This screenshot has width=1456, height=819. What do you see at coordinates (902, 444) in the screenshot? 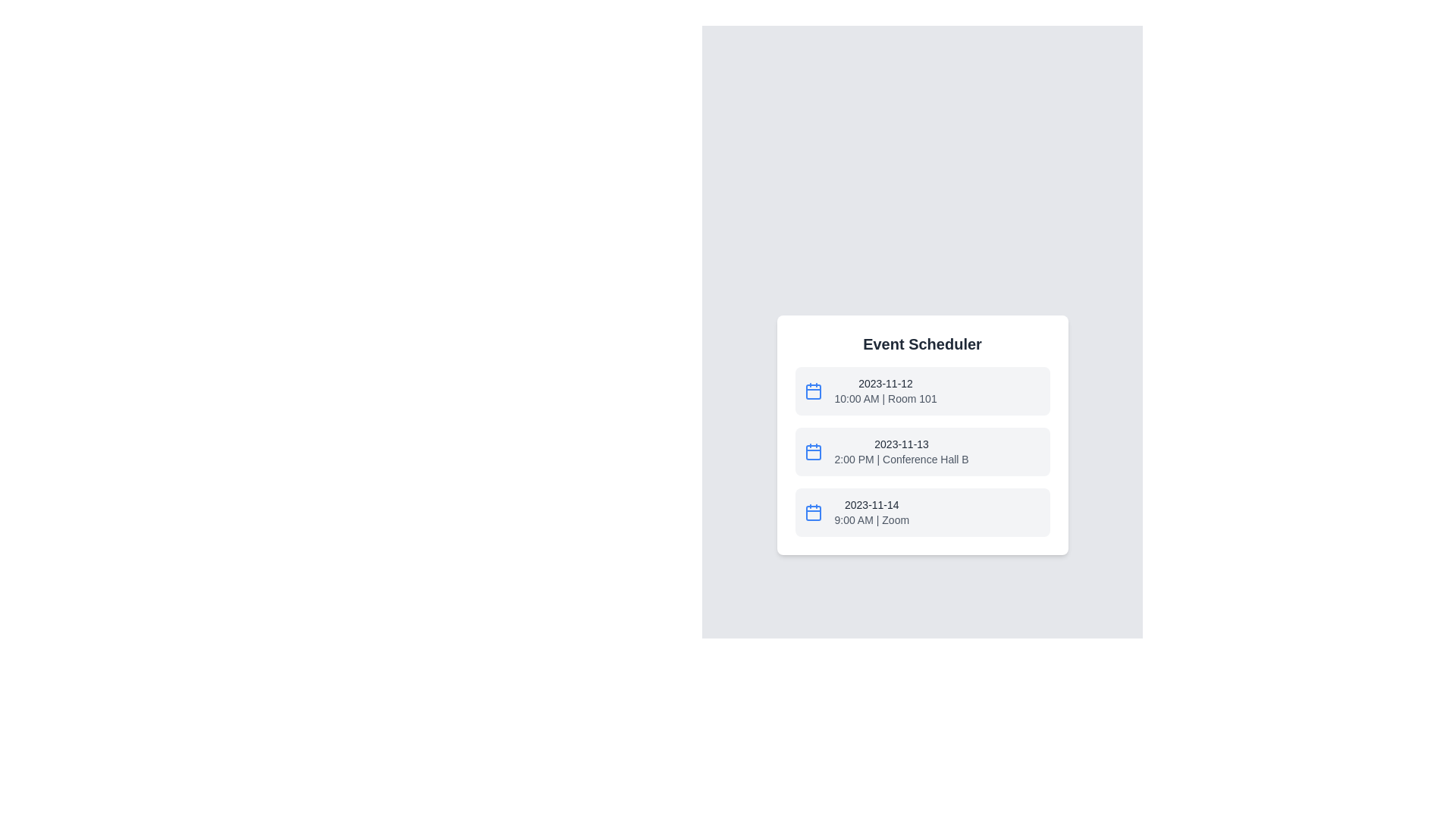
I see `the date label displaying '2023-11-13' in the event scheduler card, located below the card header 'Event Scheduler' for the second entry in the list` at bounding box center [902, 444].